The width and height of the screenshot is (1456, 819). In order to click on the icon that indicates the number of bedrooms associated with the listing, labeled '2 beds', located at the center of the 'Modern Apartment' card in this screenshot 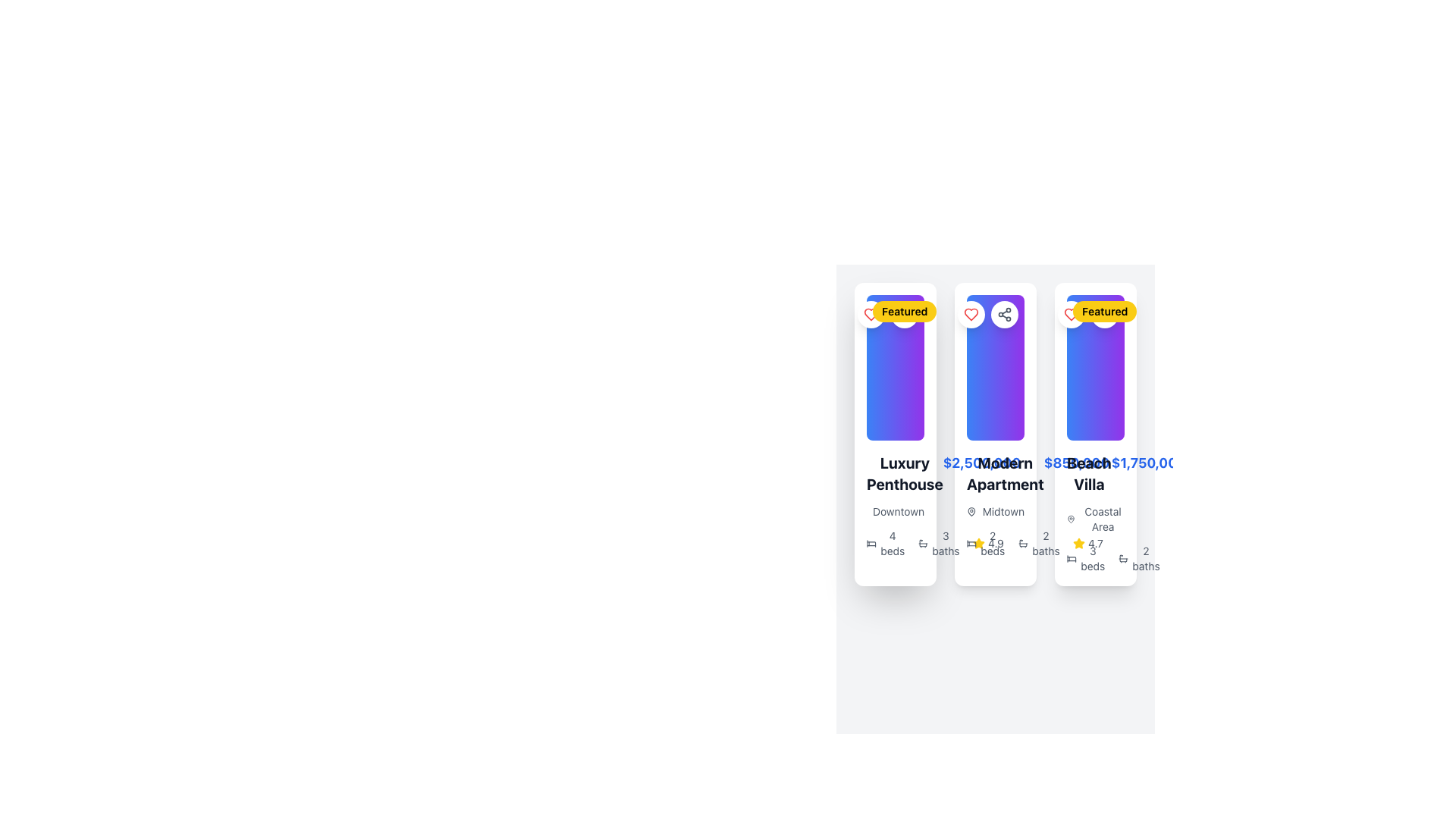, I will do `click(971, 543)`.